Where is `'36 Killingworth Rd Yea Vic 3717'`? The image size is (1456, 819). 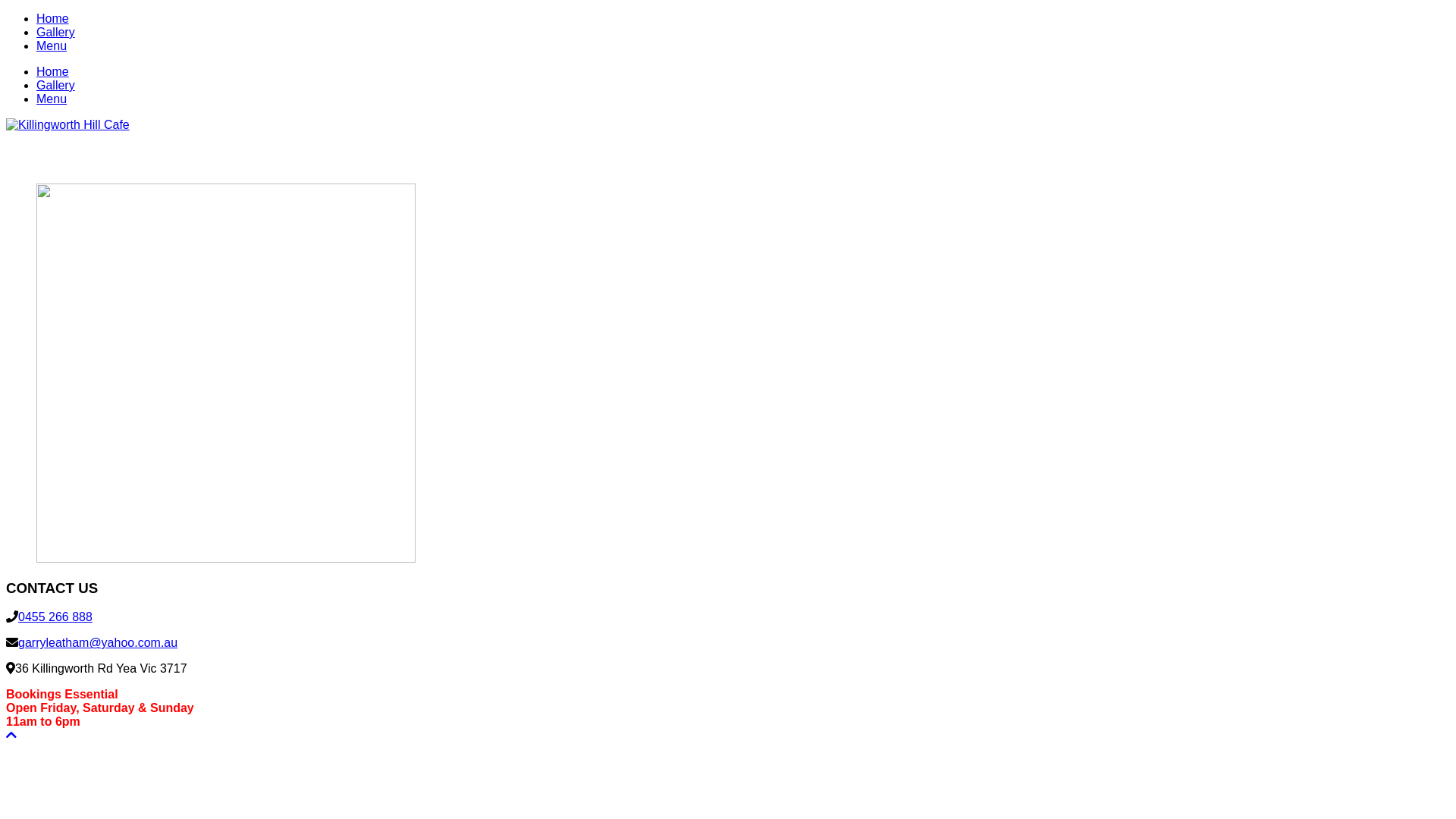 '36 Killingworth Rd Yea Vic 3717' is located at coordinates (14, 667).